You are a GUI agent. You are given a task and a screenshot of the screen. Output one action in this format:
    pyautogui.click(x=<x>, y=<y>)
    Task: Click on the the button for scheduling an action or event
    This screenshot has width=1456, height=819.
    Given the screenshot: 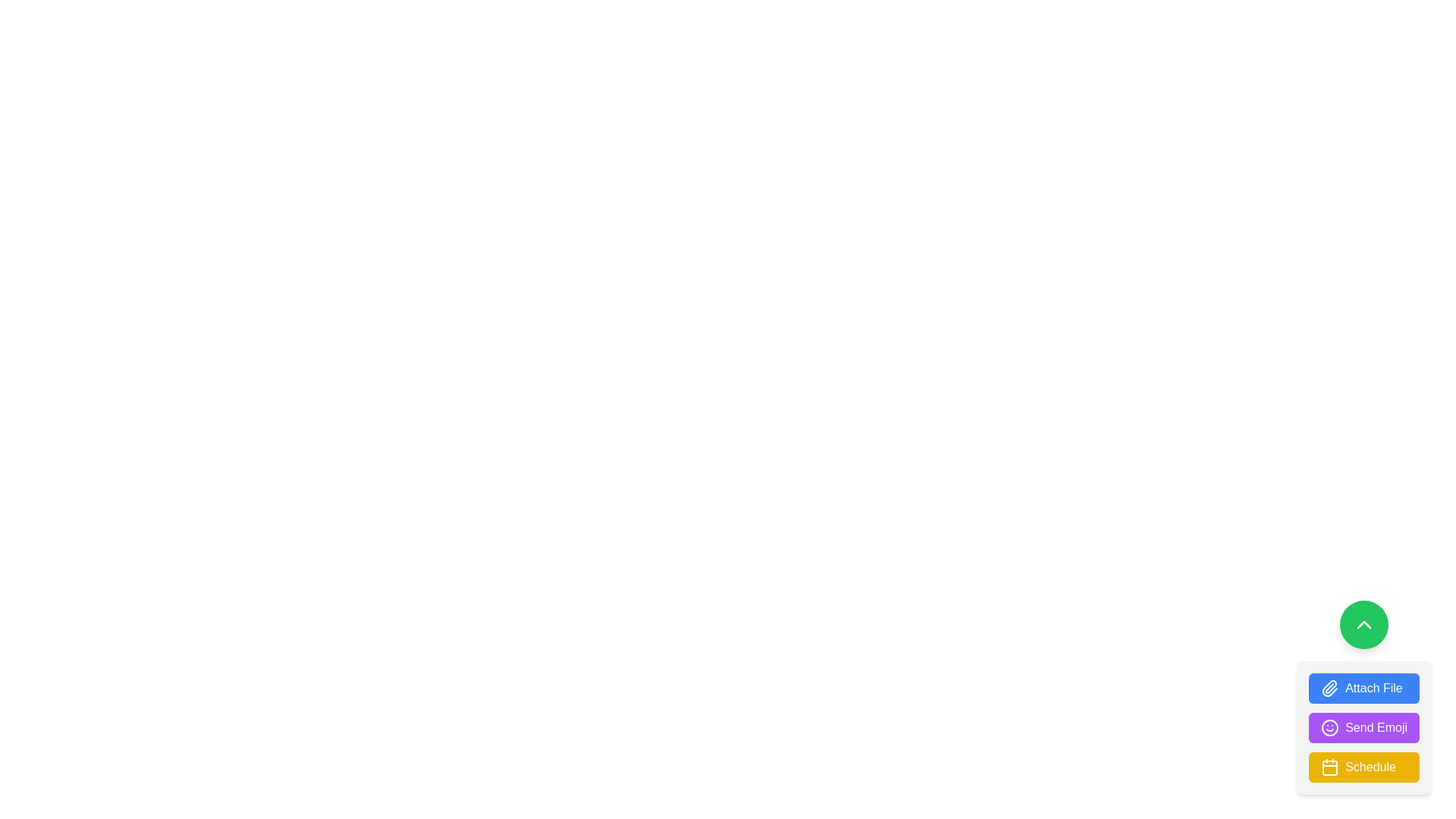 What is the action you would take?
    pyautogui.click(x=1364, y=767)
    